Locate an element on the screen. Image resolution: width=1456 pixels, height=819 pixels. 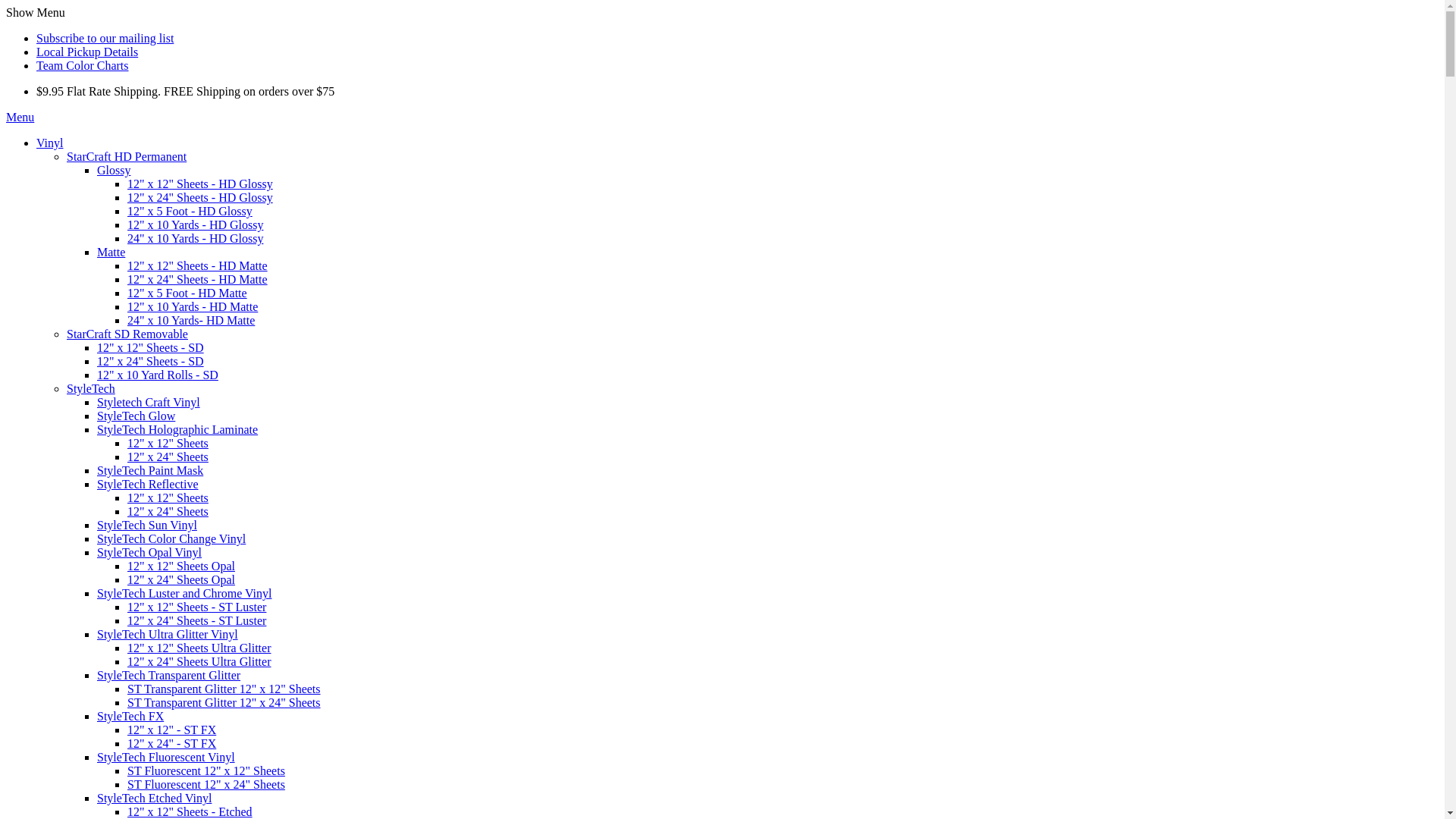
'Menu' is located at coordinates (20, 116).